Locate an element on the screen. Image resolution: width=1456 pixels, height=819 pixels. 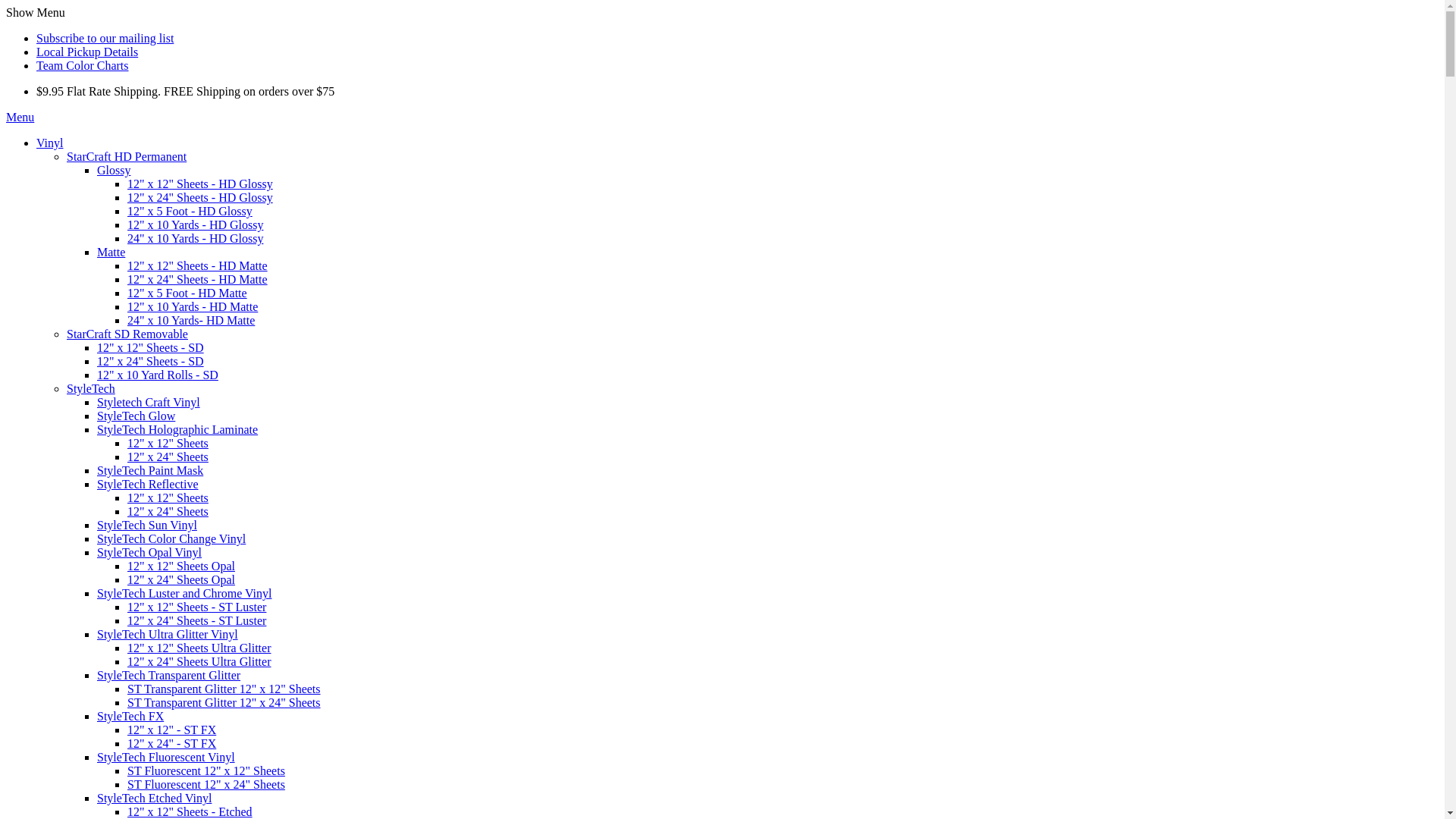
'Menu' is located at coordinates (20, 116).